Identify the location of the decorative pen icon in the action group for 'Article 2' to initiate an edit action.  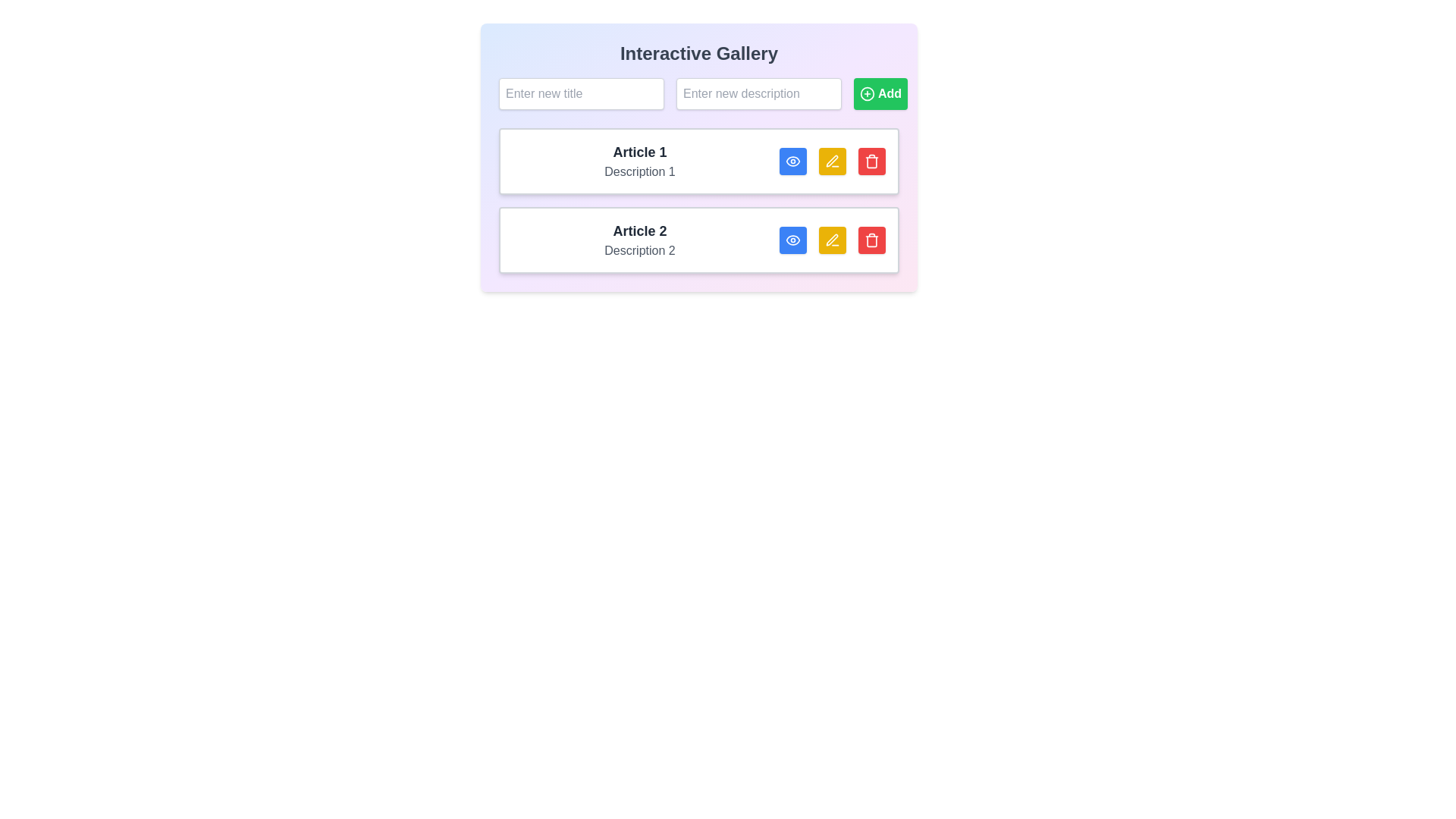
(831, 239).